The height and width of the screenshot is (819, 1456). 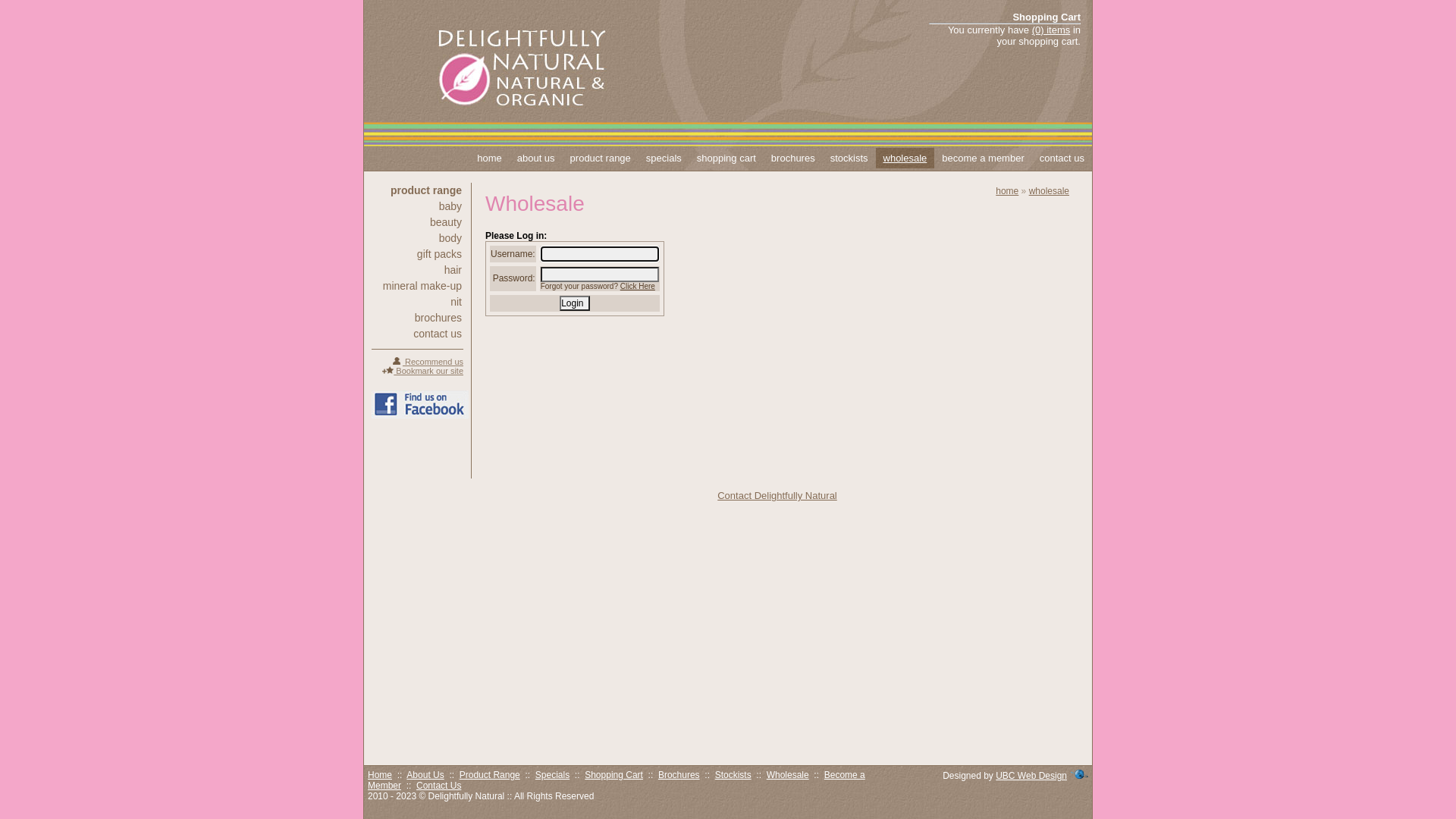 What do you see at coordinates (777, 495) in the screenshot?
I see `'Contact Delightfully Natural'` at bounding box center [777, 495].